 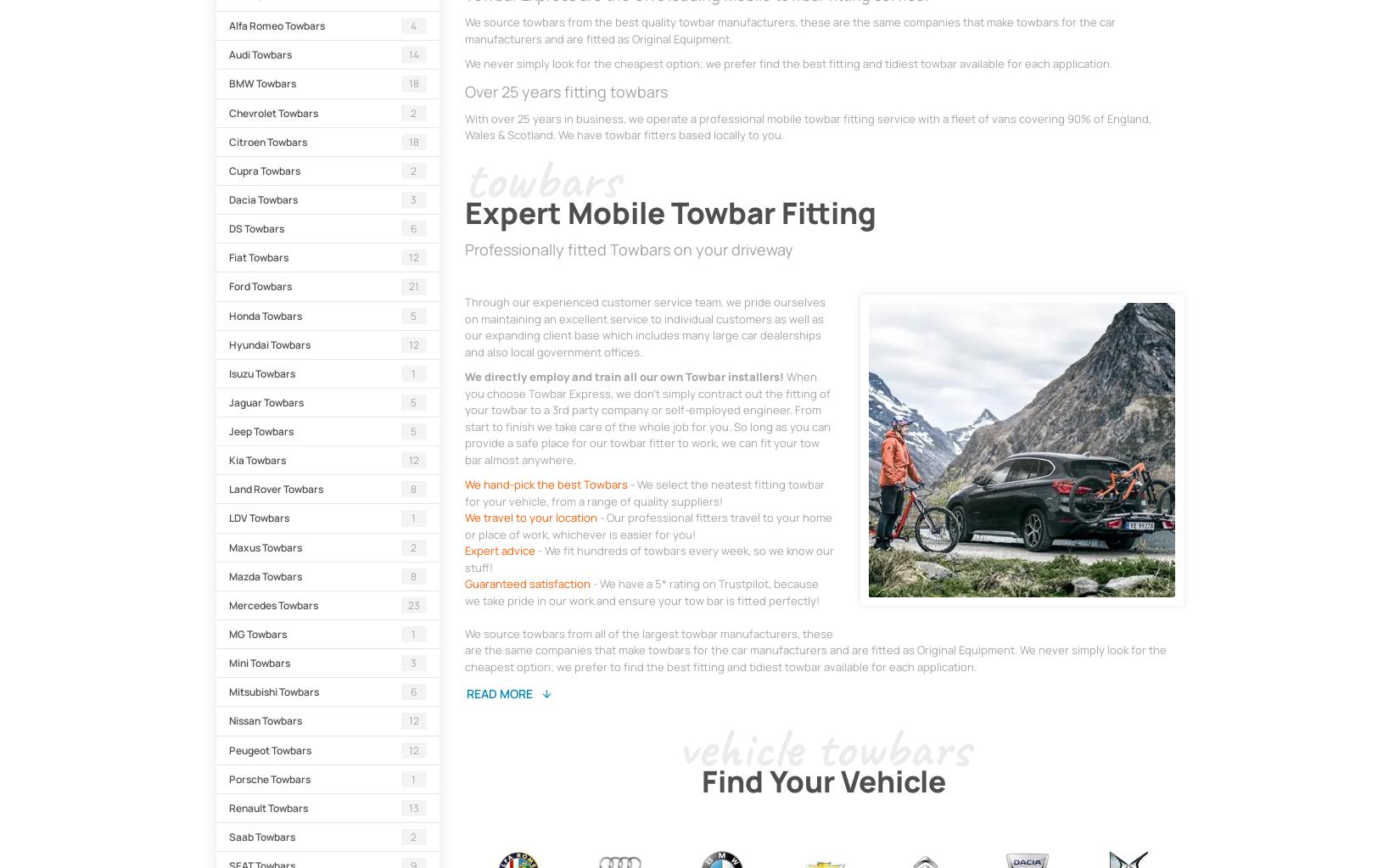 What do you see at coordinates (265, 169) in the screenshot?
I see `'Cupra Towbars'` at bounding box center [265, 169].